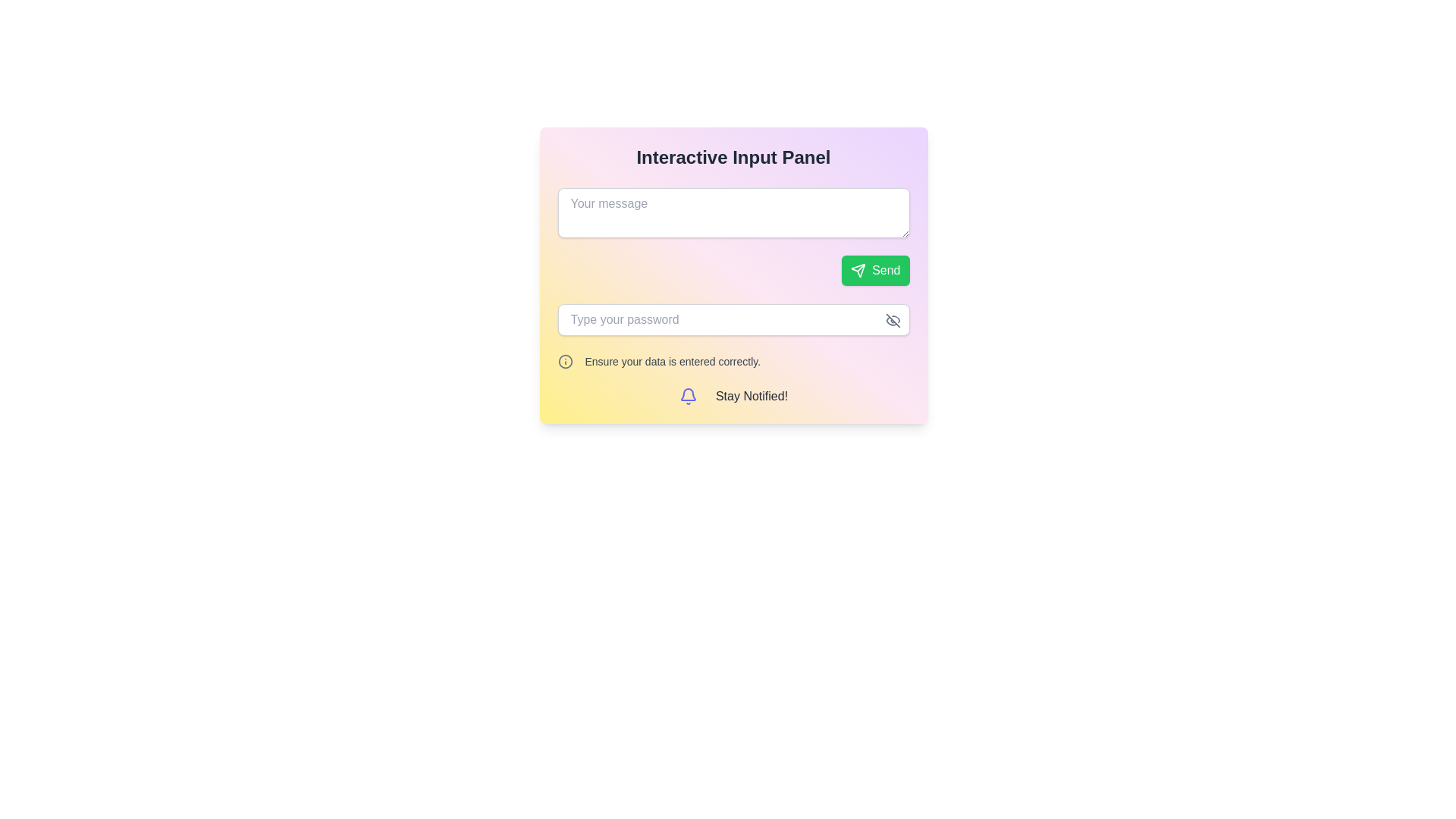 The width and height of the screenshot is (1456, 819). What do you see at coordinates (875, 270) in the screenshot?
I see `the 'Send' button with a green background featuring a white paper plane icon and the text 'Send'` at bounding box center [875, 270].